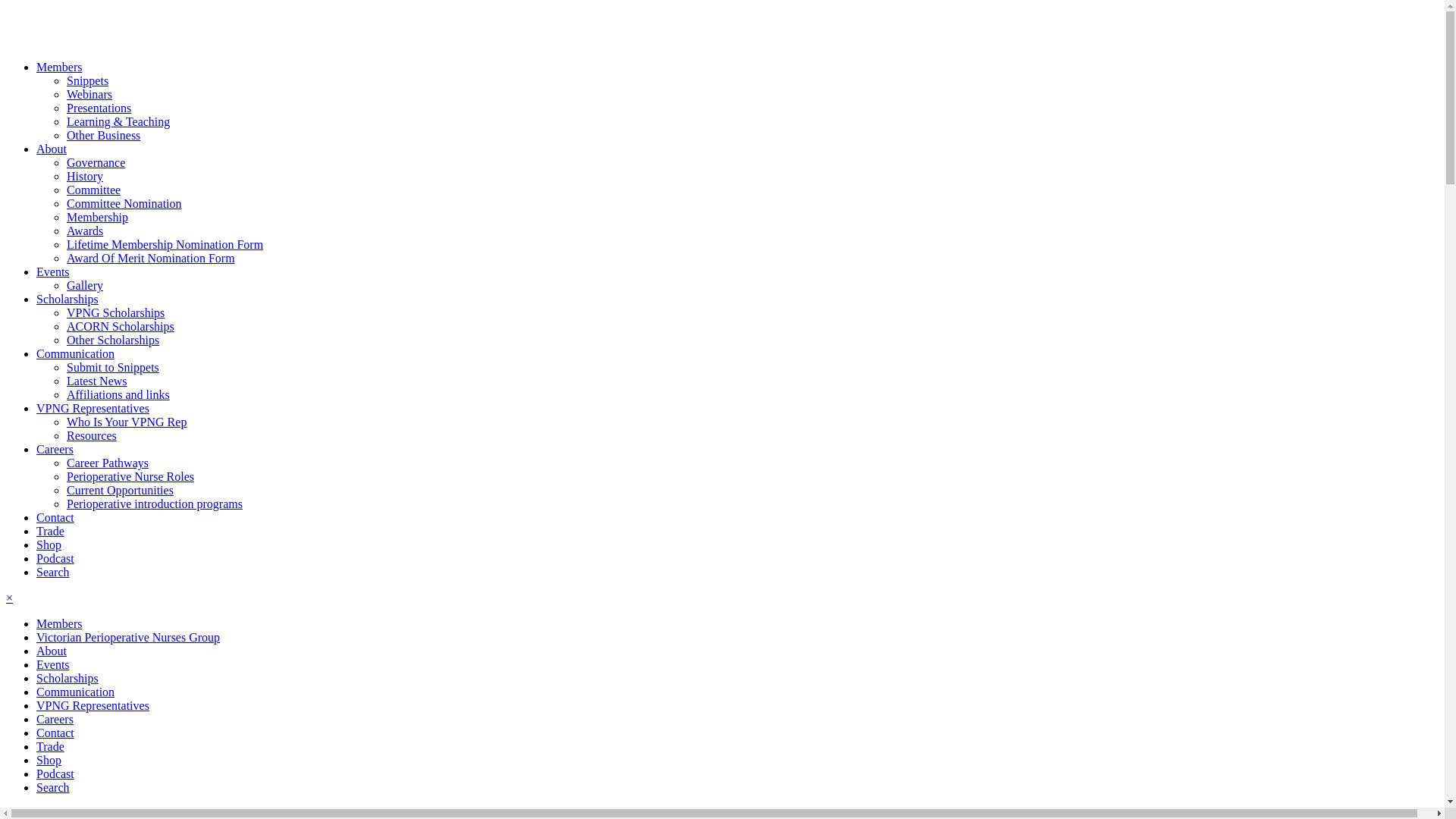 This screenshot has height=819, width=1456. I want to click on 'Contact', so click(55, 732).